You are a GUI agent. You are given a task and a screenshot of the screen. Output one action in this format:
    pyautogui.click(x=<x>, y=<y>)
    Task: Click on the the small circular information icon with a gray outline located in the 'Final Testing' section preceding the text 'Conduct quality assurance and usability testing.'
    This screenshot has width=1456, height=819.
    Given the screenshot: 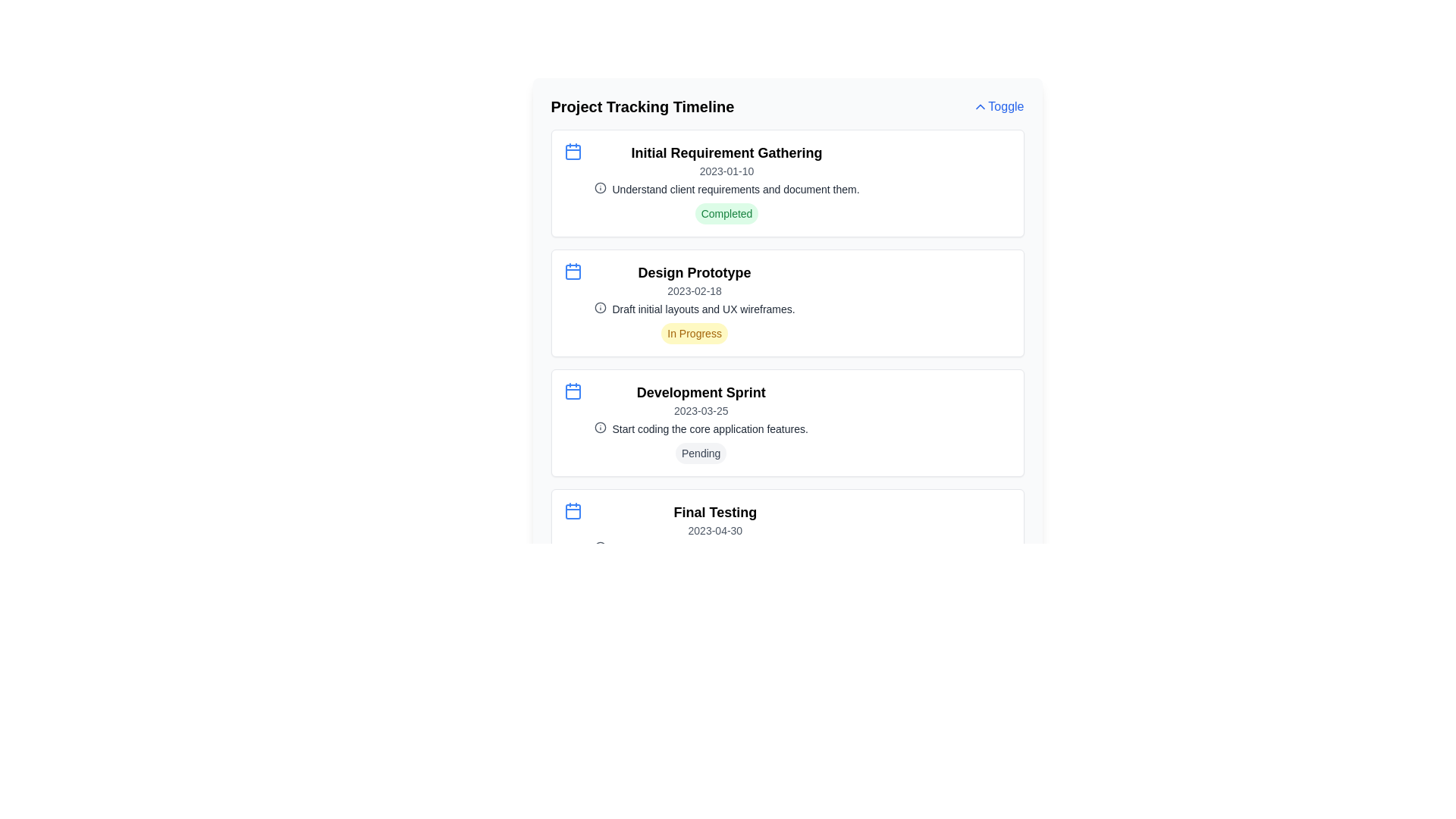 What is the action you would take?
    pyautogui.click(x=599, y=547)
    